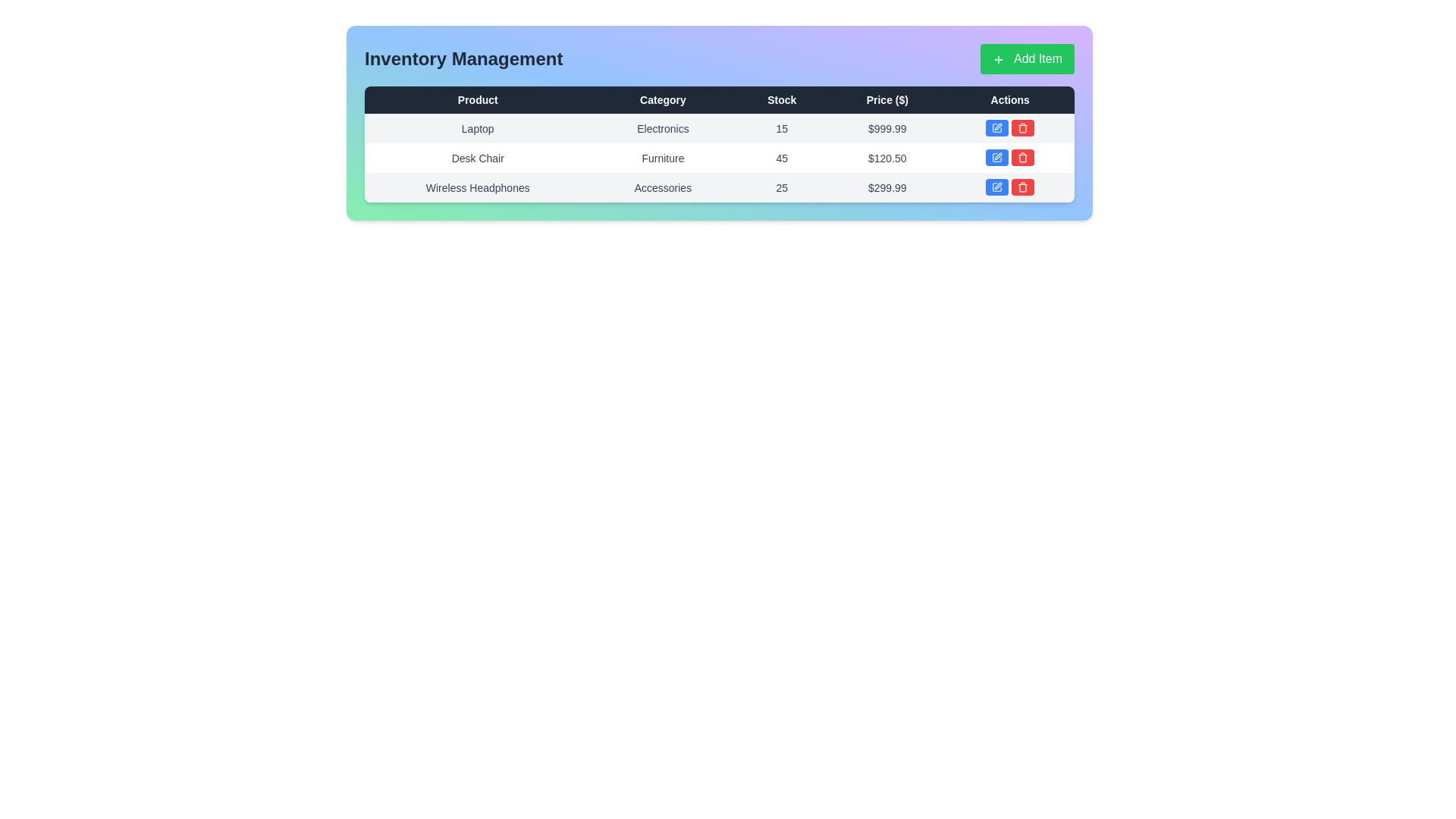 The image size is (1456, 819). Describe the element at coordinates (997, 127) in the screenshot. I see `the small blue square edit button with a white pen icon located in the Actions column of the first row of the Inventory Management table` at that location.